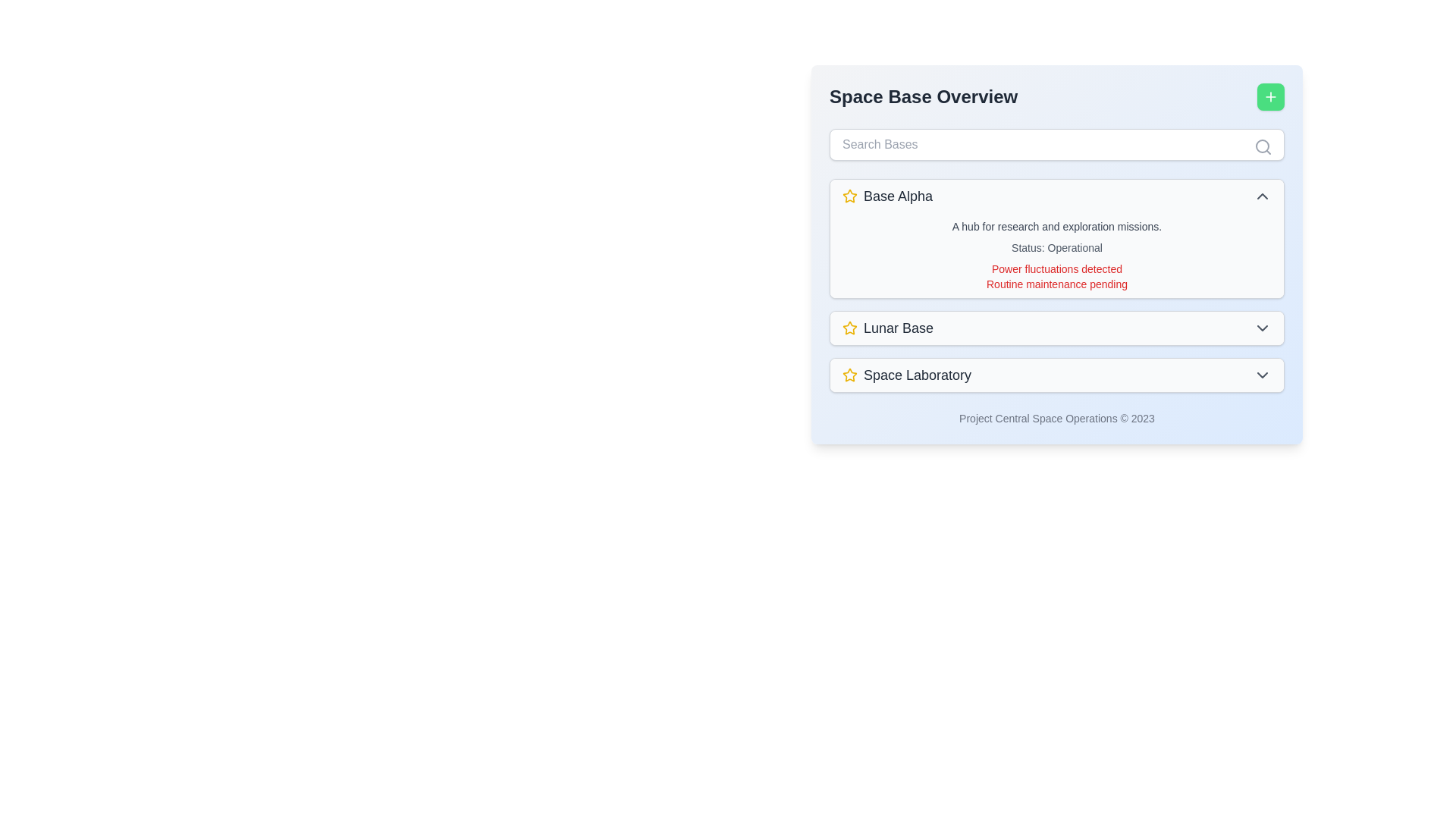 The image size is (1456, 819). Describe the element at coordinates (887, 195) in the screenshot. I see `the 'Base Alpha' text label` at that location.